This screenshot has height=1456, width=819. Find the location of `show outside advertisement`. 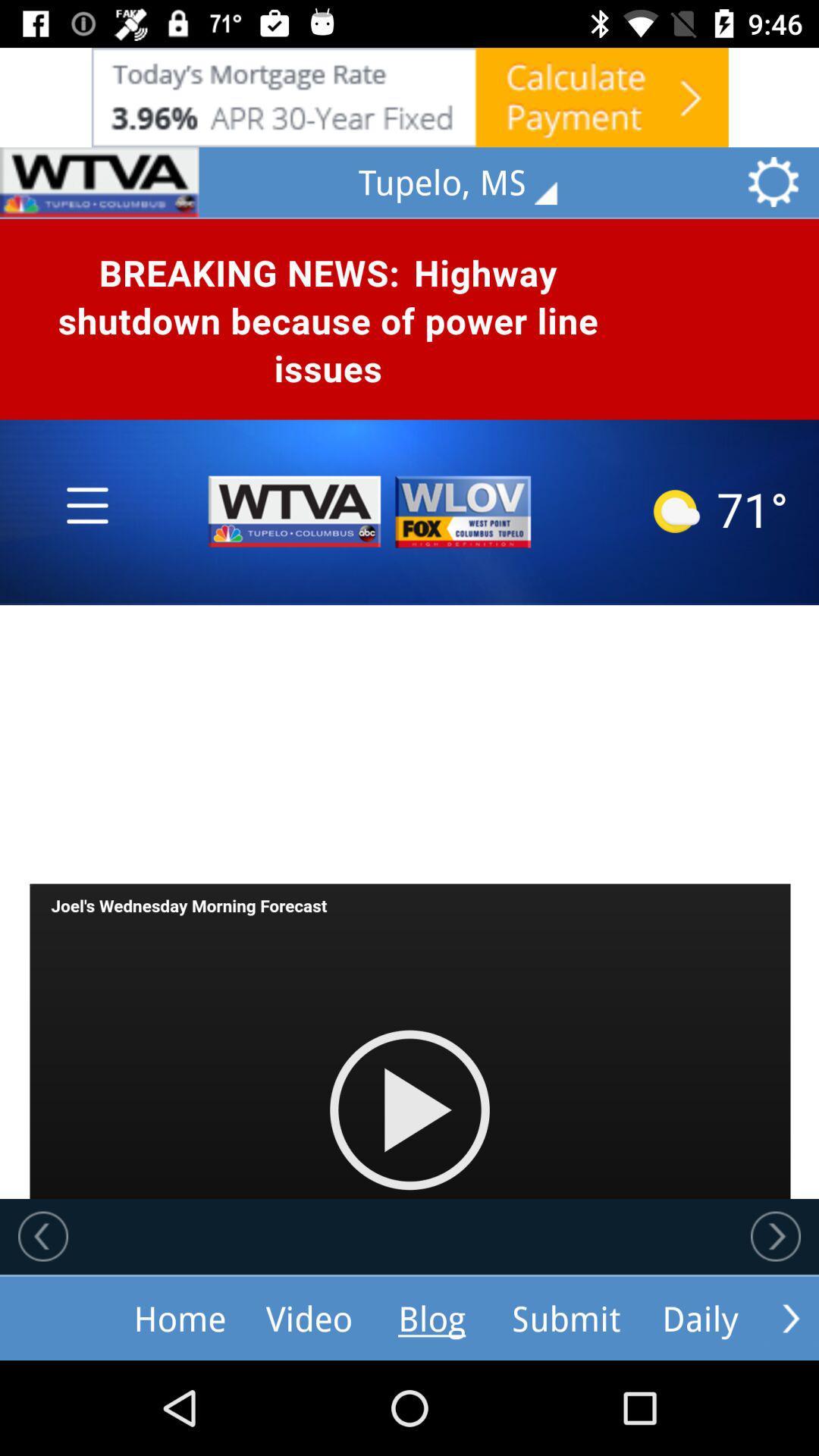

show outside advertisement is located at coordinates (409, 96).